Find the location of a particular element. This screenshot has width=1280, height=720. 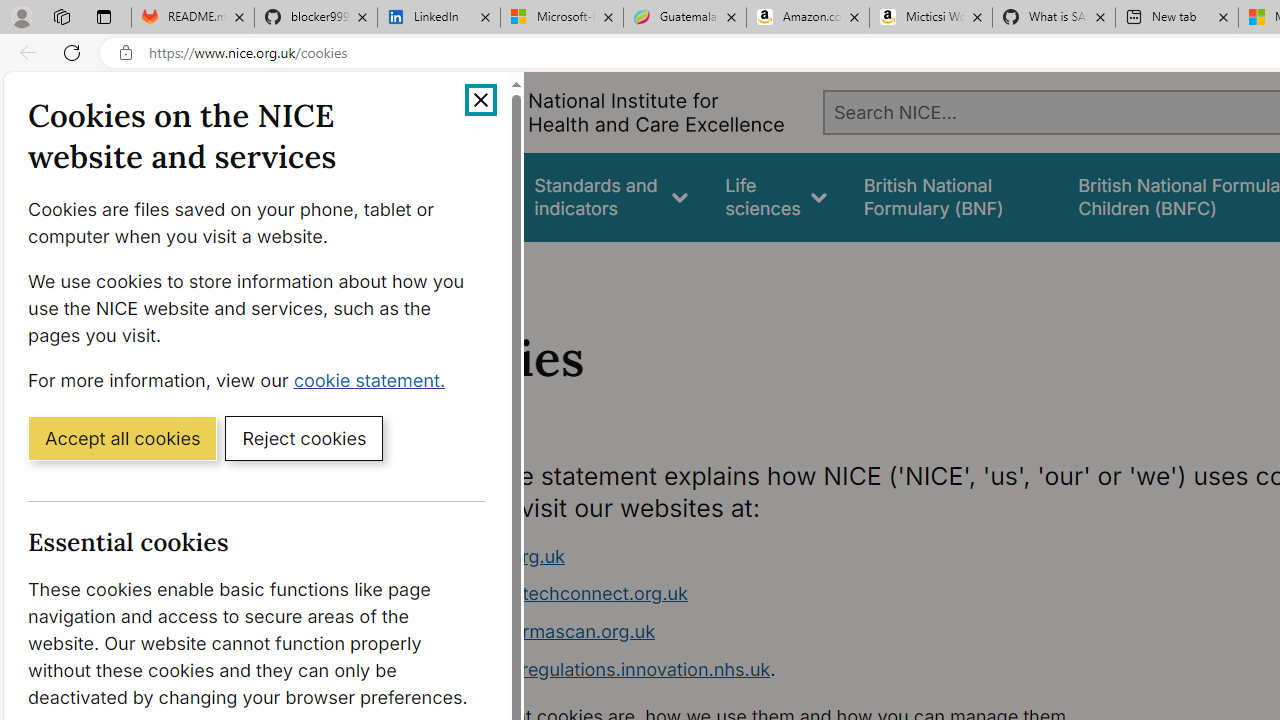

'cookie statement. (Opens in a new window)' is located at coordinates (373, 379).